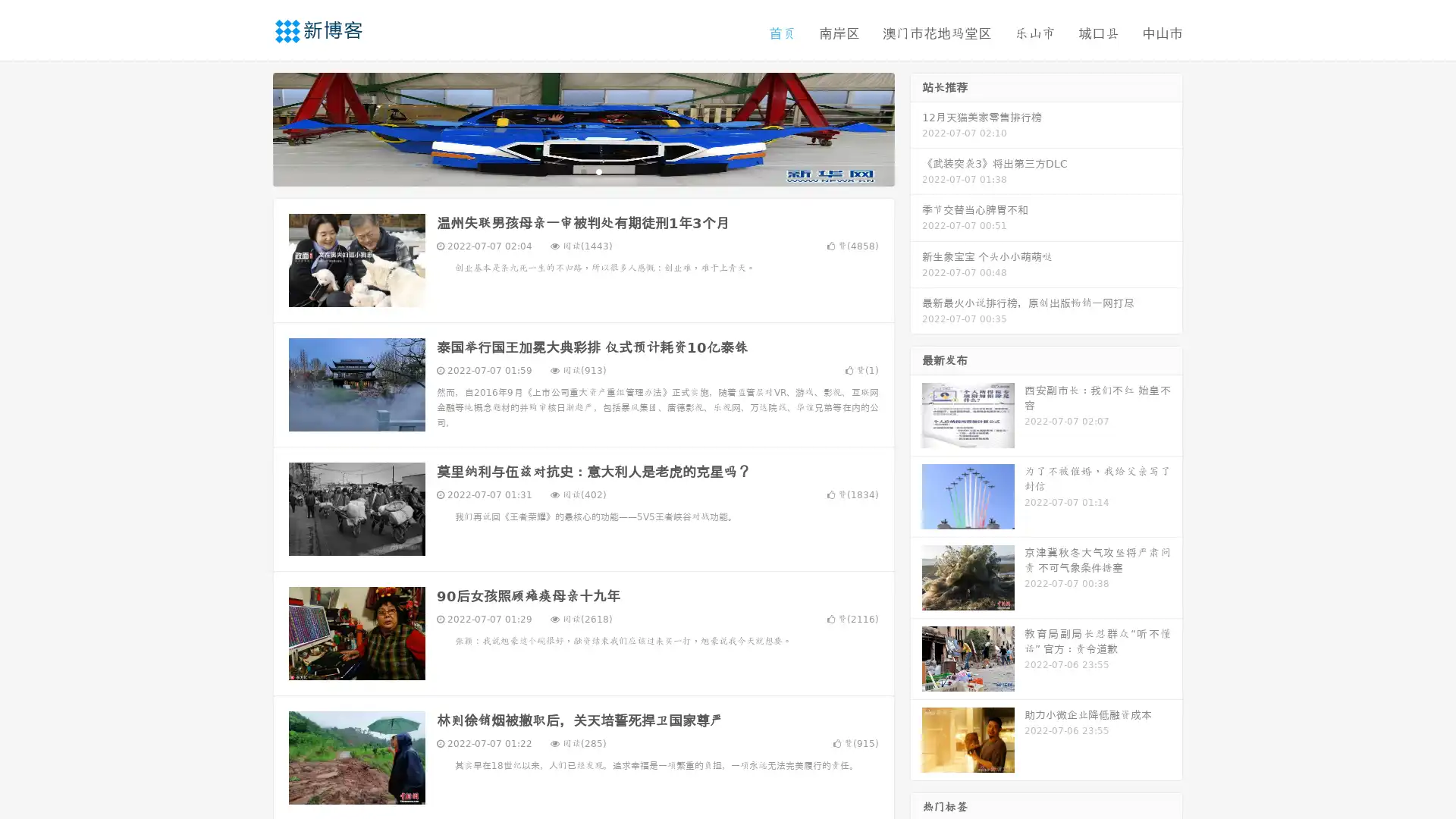 This screenshot has width=1456, height=819. Describe the element at coordinates (916, 127) in the screenshot. I see `Next slide` at that location.